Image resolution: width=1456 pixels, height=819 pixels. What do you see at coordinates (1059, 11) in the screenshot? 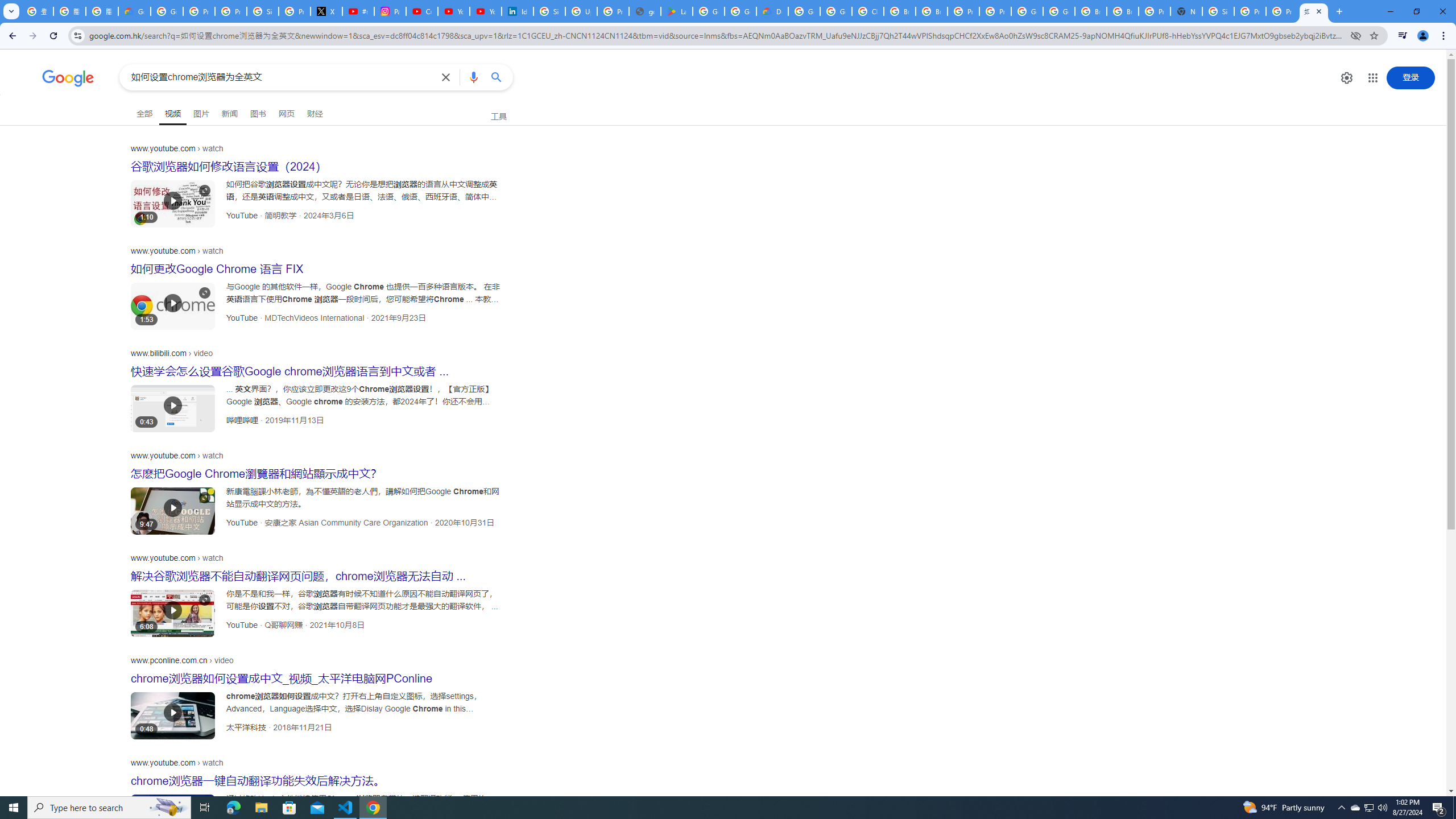
I see `'Google Cloud Platform'` at bounding box center [1059, 11].